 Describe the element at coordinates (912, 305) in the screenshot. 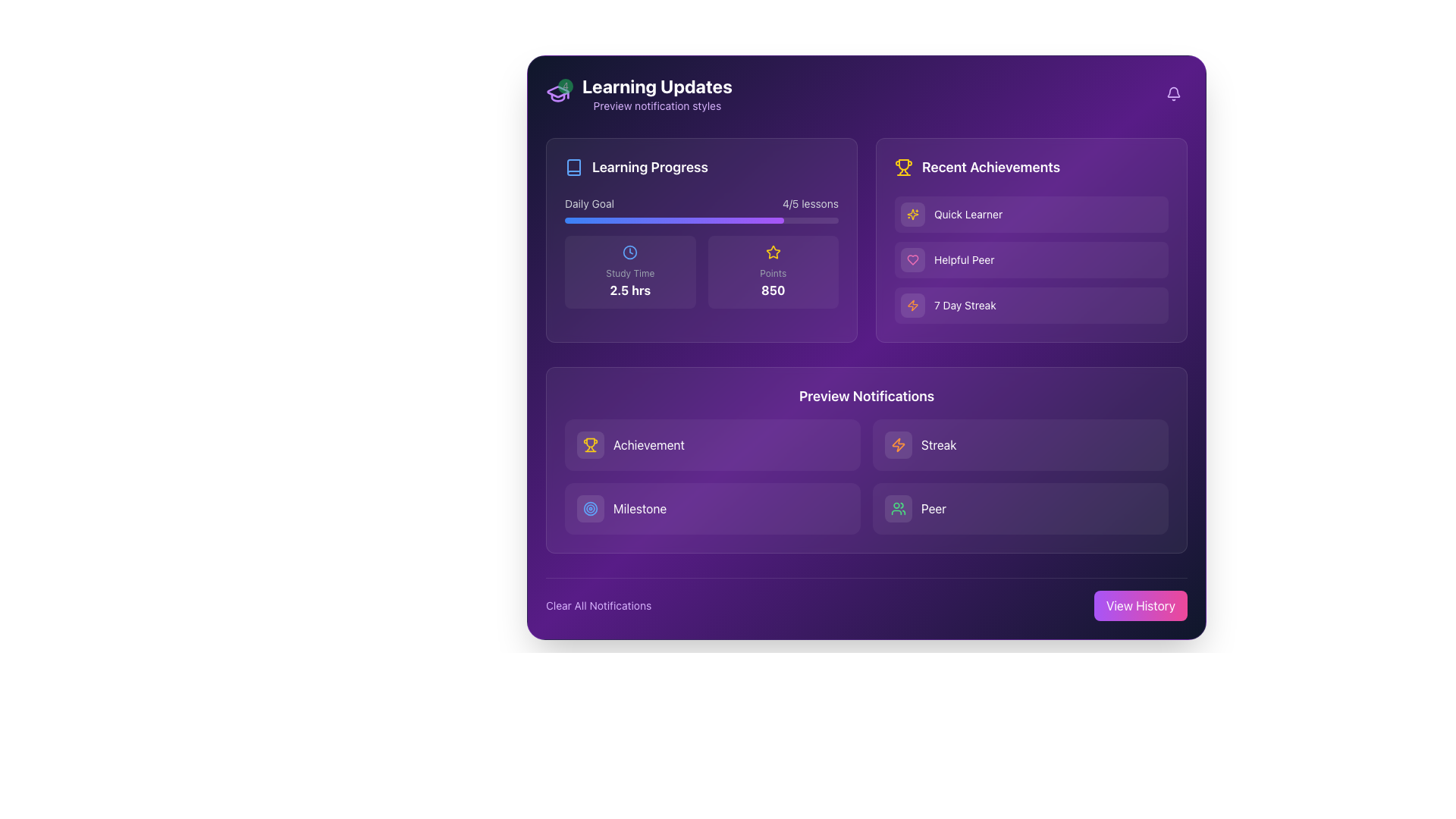

I see `the small orange lightning bolt icon located in the top-right section of the interface, next to the '7 Day Streak' text` at that location.